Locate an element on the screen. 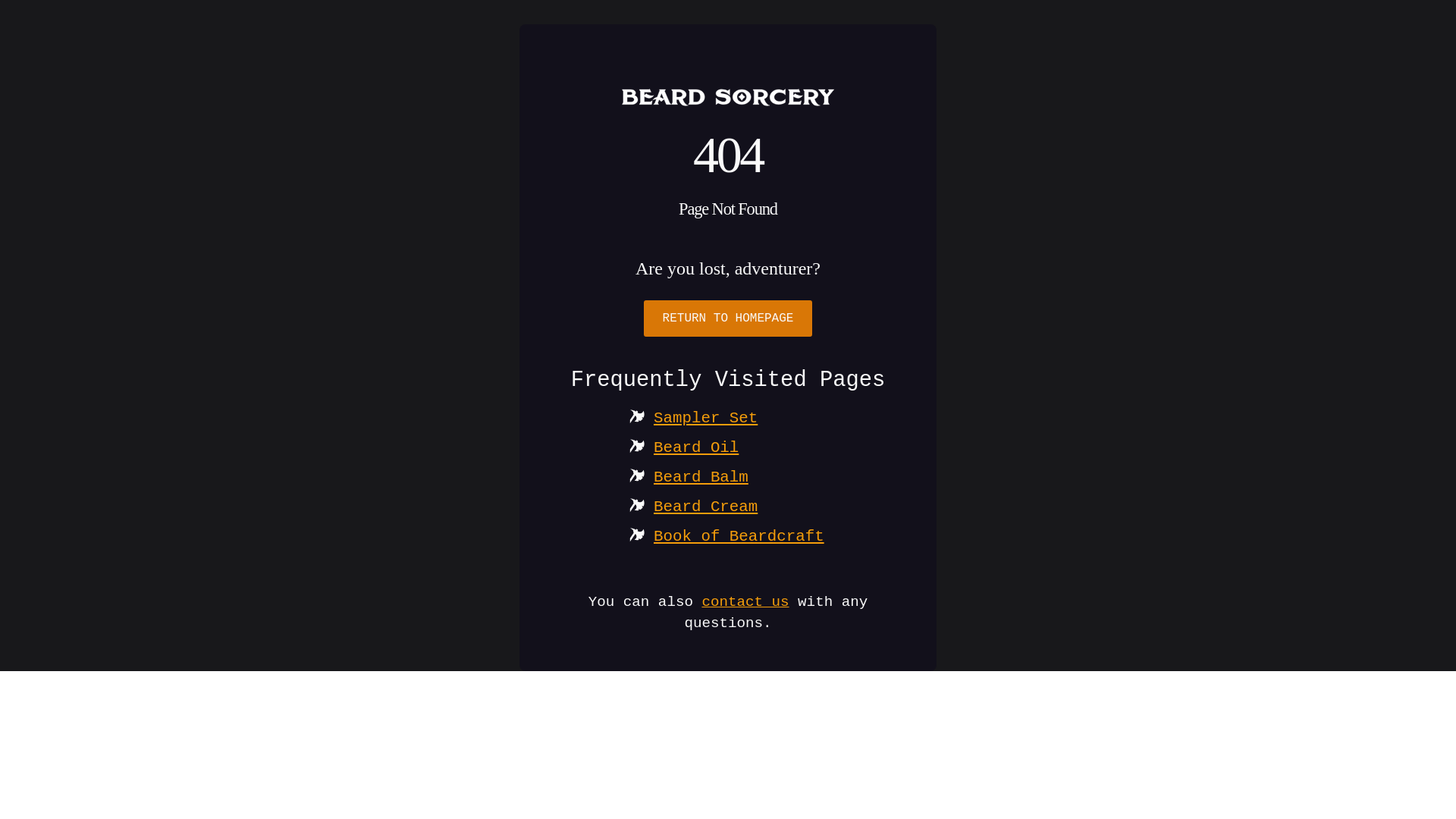  'Sampler Set' is located at coordinates (704, 418).